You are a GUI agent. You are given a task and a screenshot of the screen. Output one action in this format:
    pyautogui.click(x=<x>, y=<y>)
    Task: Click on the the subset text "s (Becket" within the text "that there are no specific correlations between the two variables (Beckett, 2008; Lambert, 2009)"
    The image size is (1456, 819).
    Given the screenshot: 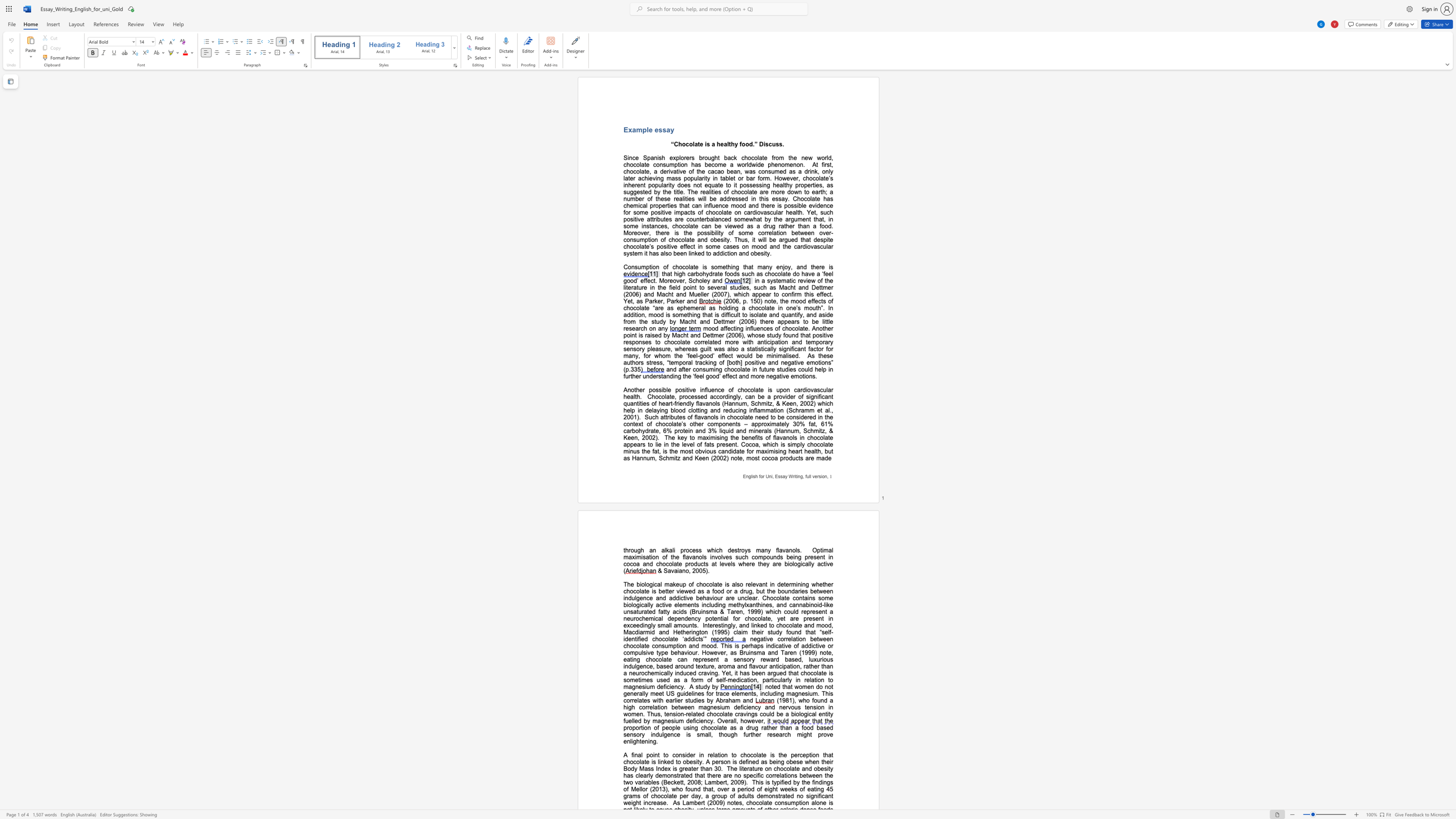 What is the action you would take?
    pyautogui.click(x=656, y=782)
    